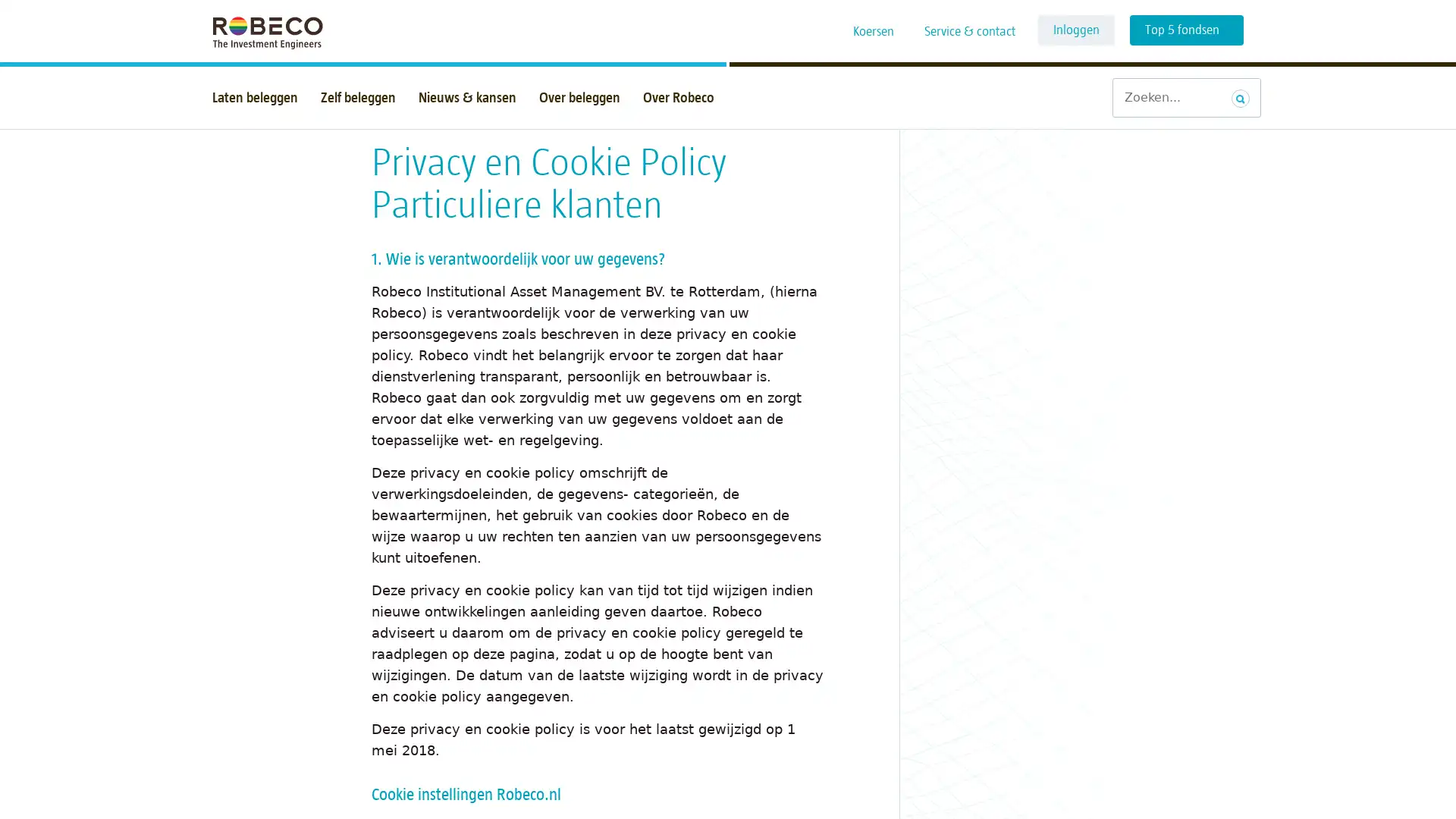 This screenshot has height=819, width=1456. I want to click on Over beleggen, so click(579, 97).